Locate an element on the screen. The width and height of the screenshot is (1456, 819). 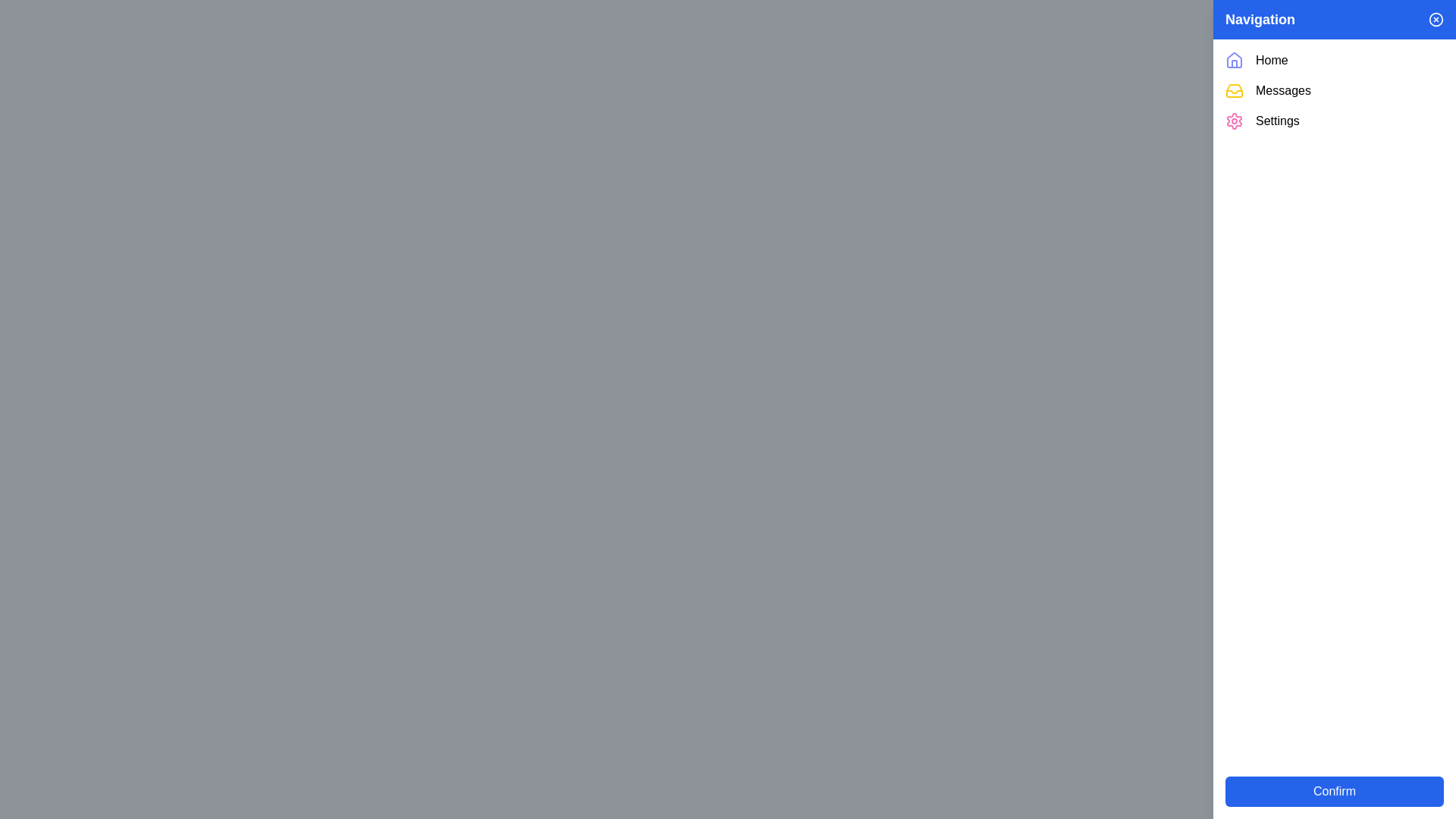
the pink-colored gear-shaped icon representing settings, which is the leftmost icon in the 'Settings' entry of the vertical navigation menu is located at coordinates (1234, 120).